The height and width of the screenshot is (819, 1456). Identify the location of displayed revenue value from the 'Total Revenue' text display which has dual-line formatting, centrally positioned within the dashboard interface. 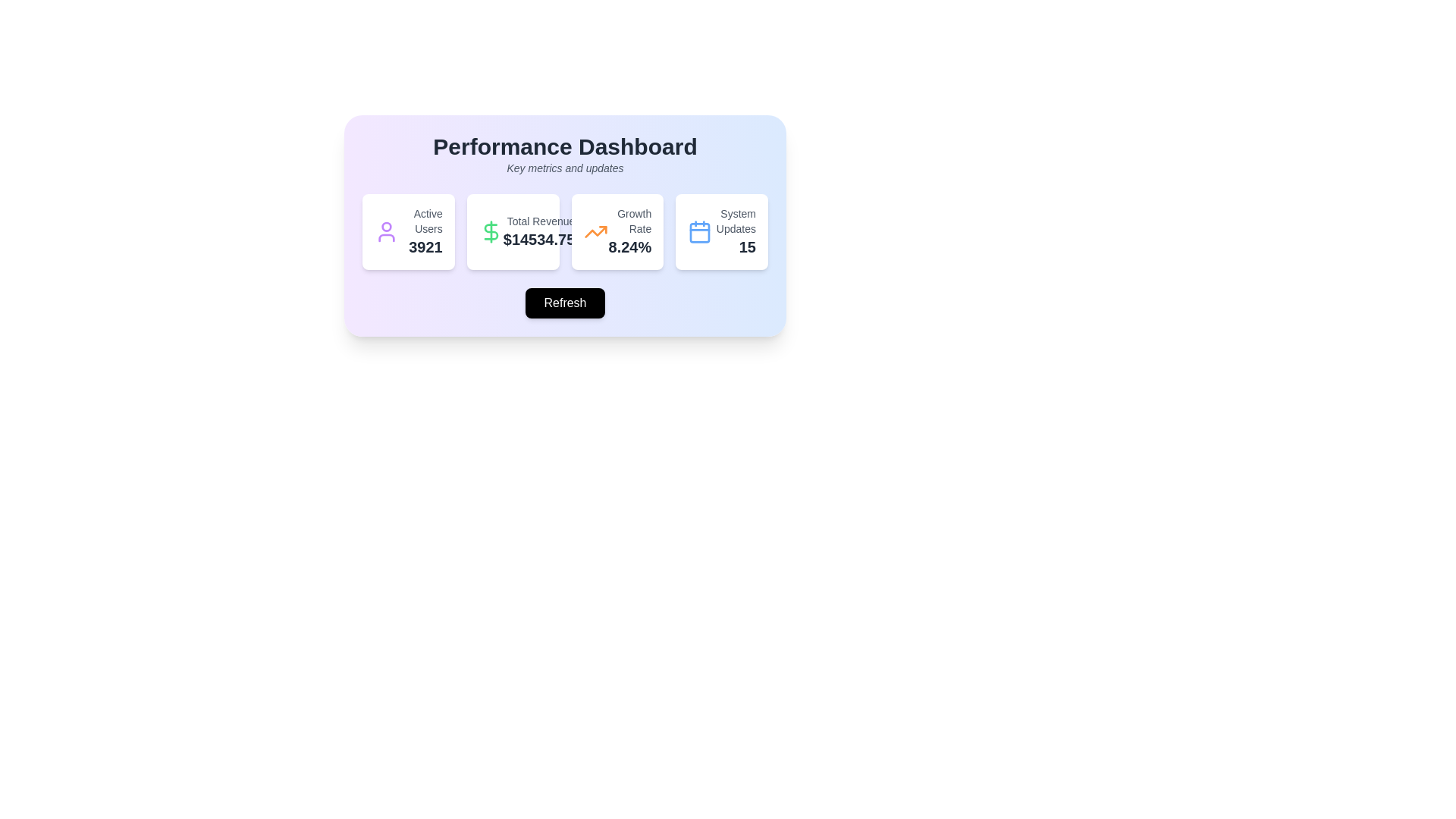
(538, 231).